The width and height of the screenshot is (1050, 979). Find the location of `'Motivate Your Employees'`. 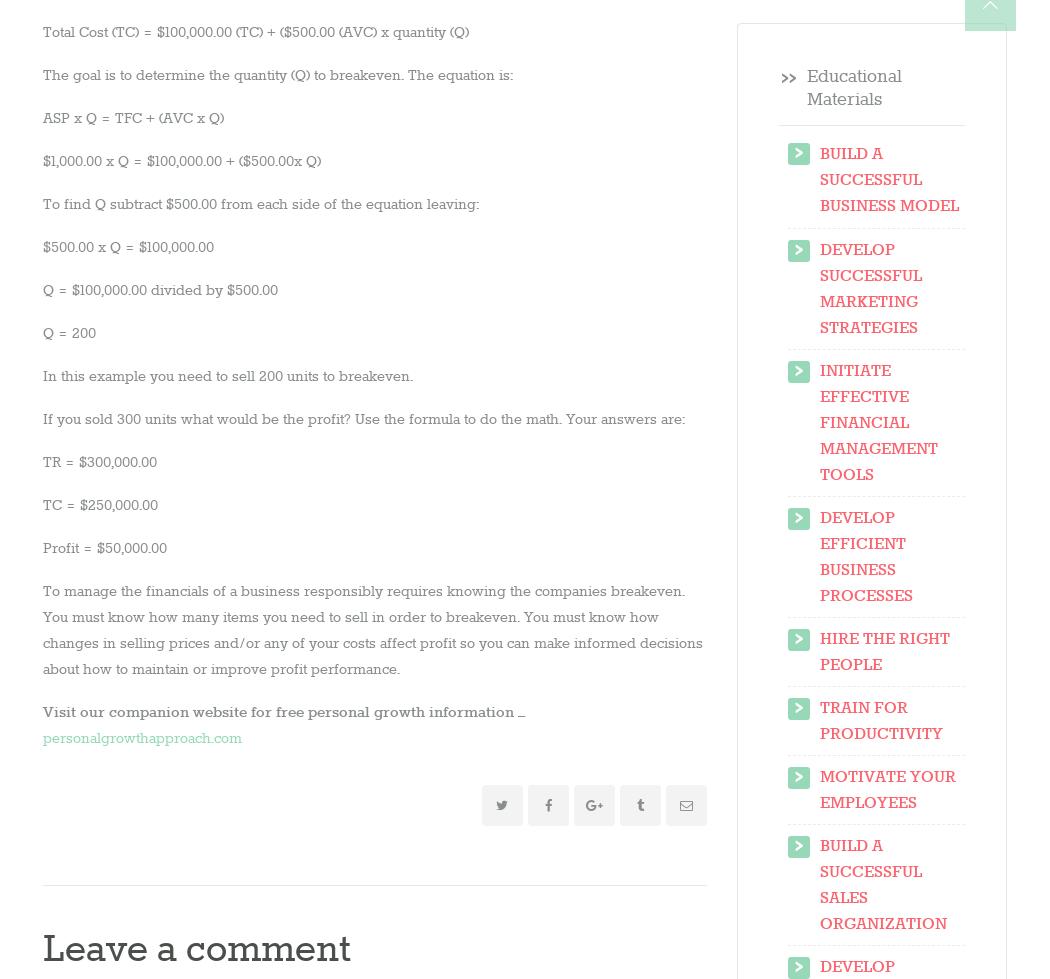

'Motivate Your Employees' is located at coordinates (886, 789).